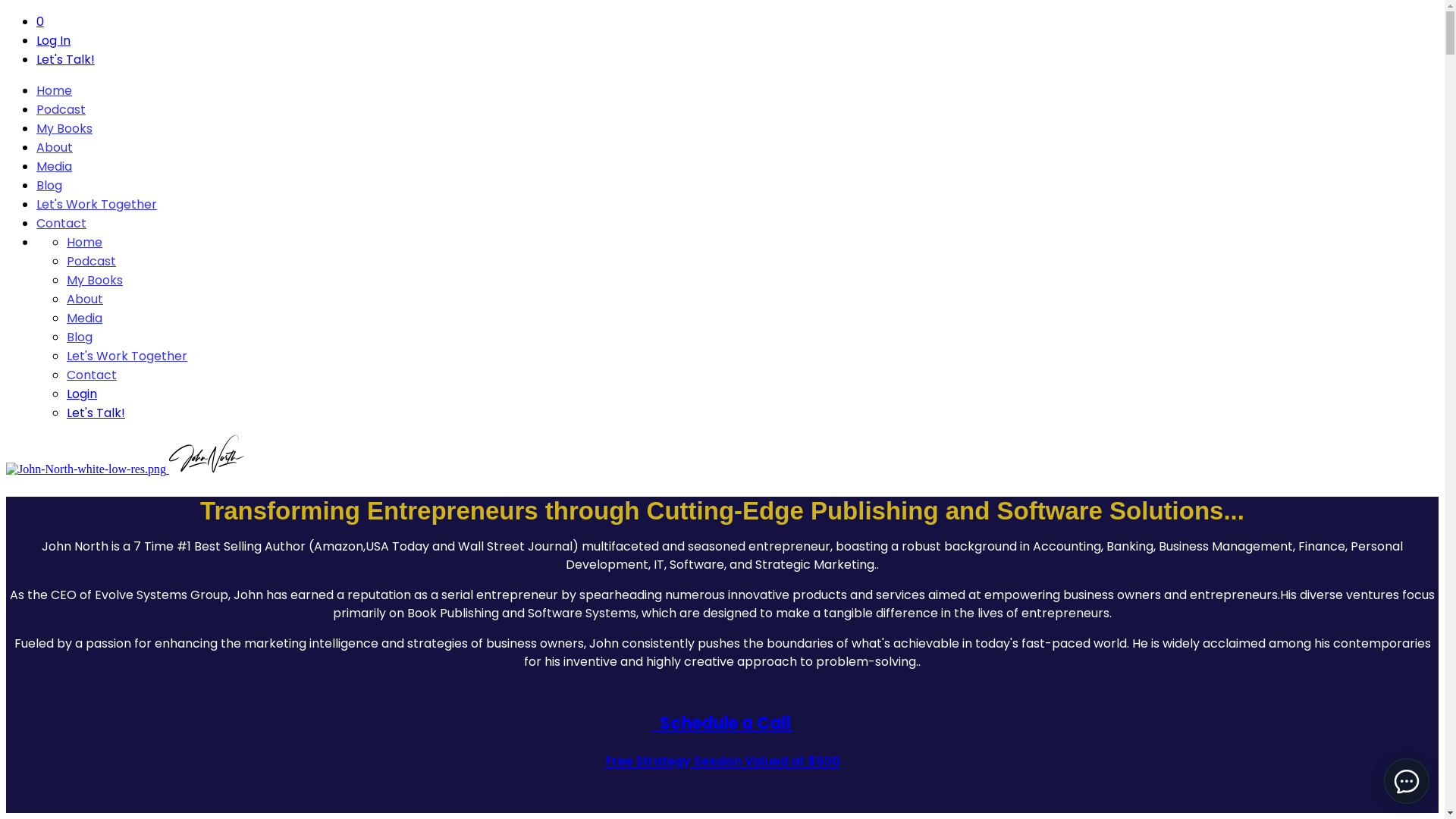  Describe the element at coordinates (83, 317) in the screenshot. I see `'Media'` at that location.